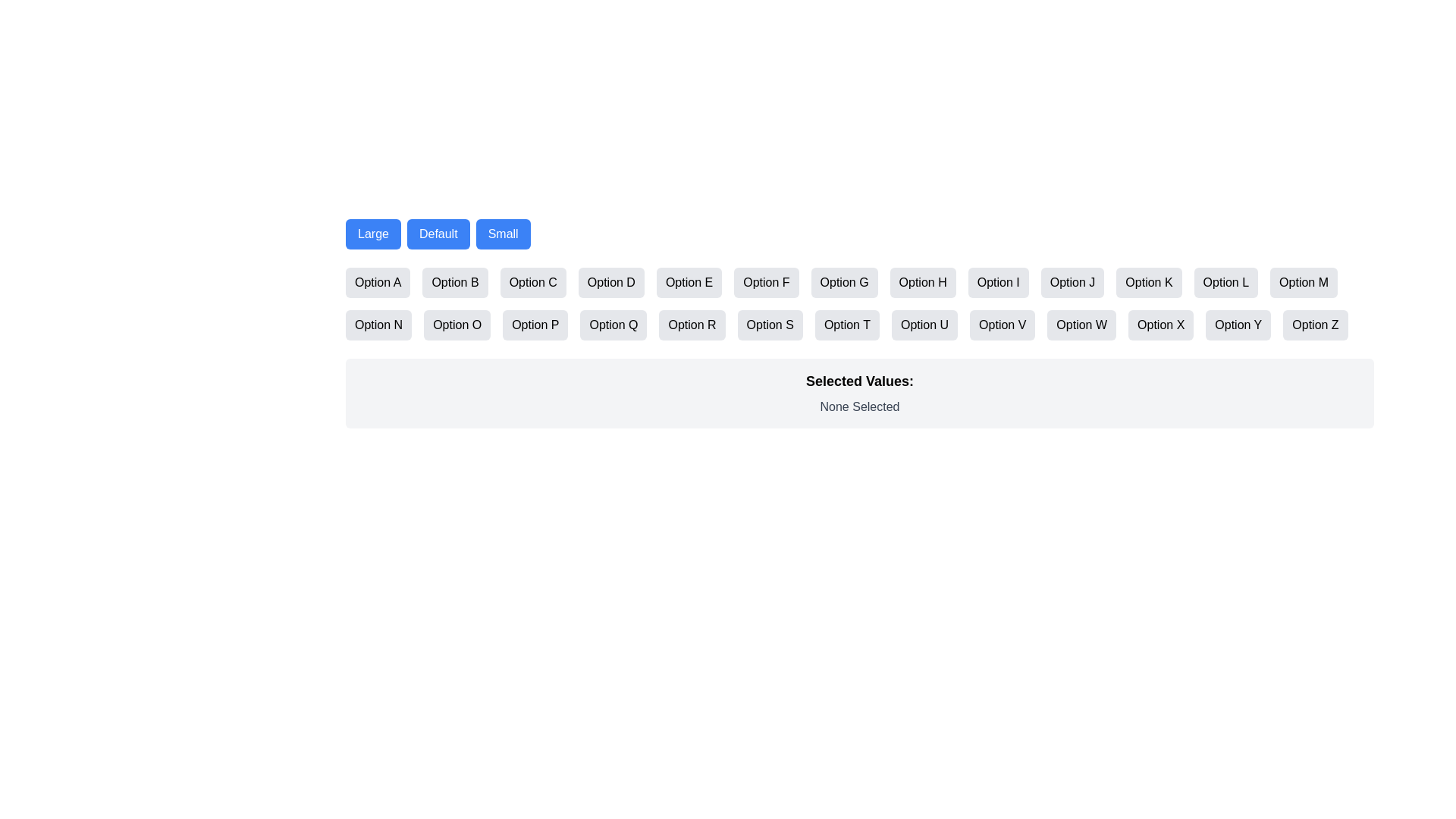 The width and height of the screenshot is (1456, 819). What do you see at coordinates (1160, 324) in the screenshot?
I see `the button labeled 'Option X'` at bounding box center [1160, 324].